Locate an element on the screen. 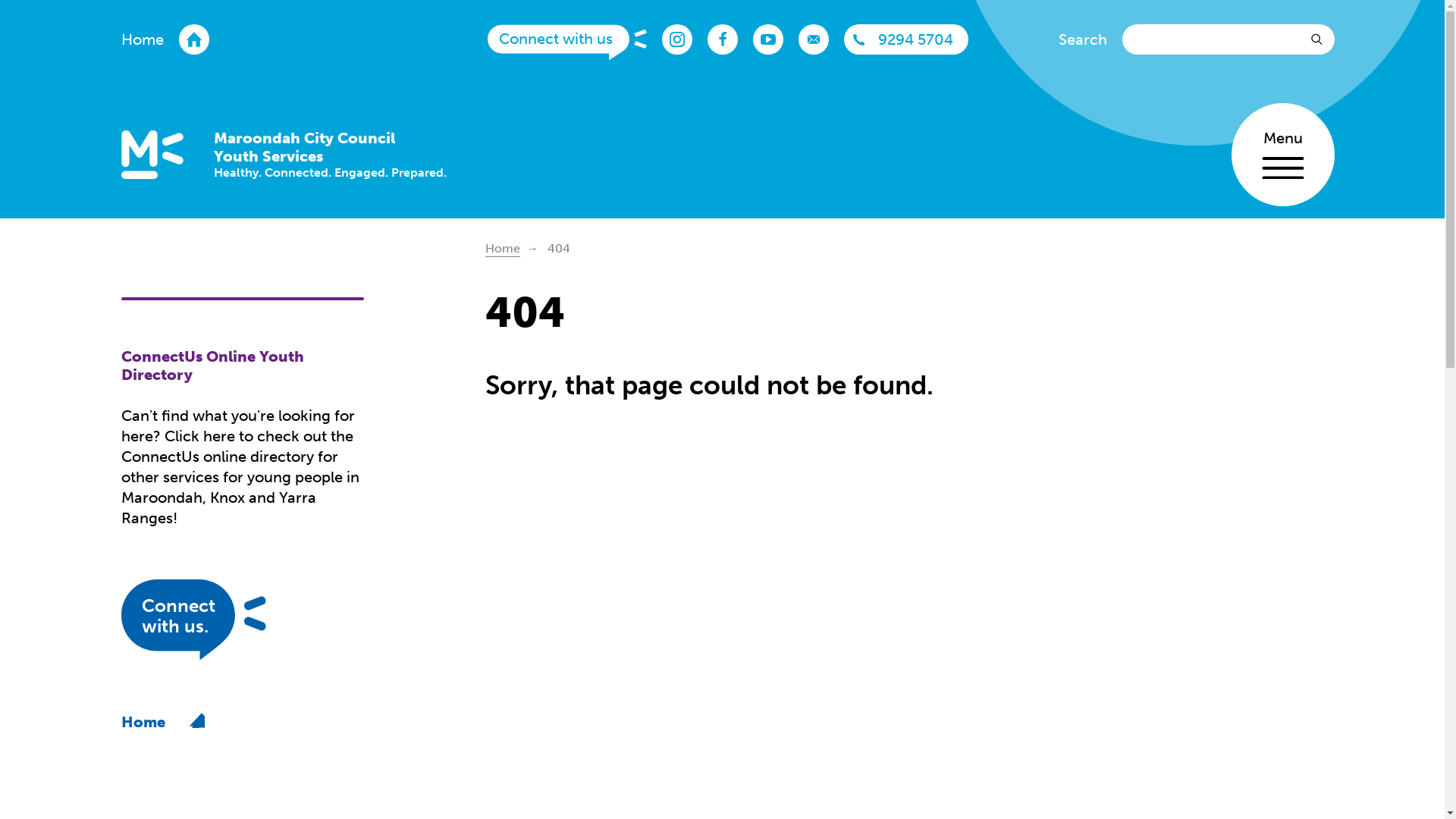 This screenshot has height=819, width=1456. 'Connect is located at coordinates (218, 622).